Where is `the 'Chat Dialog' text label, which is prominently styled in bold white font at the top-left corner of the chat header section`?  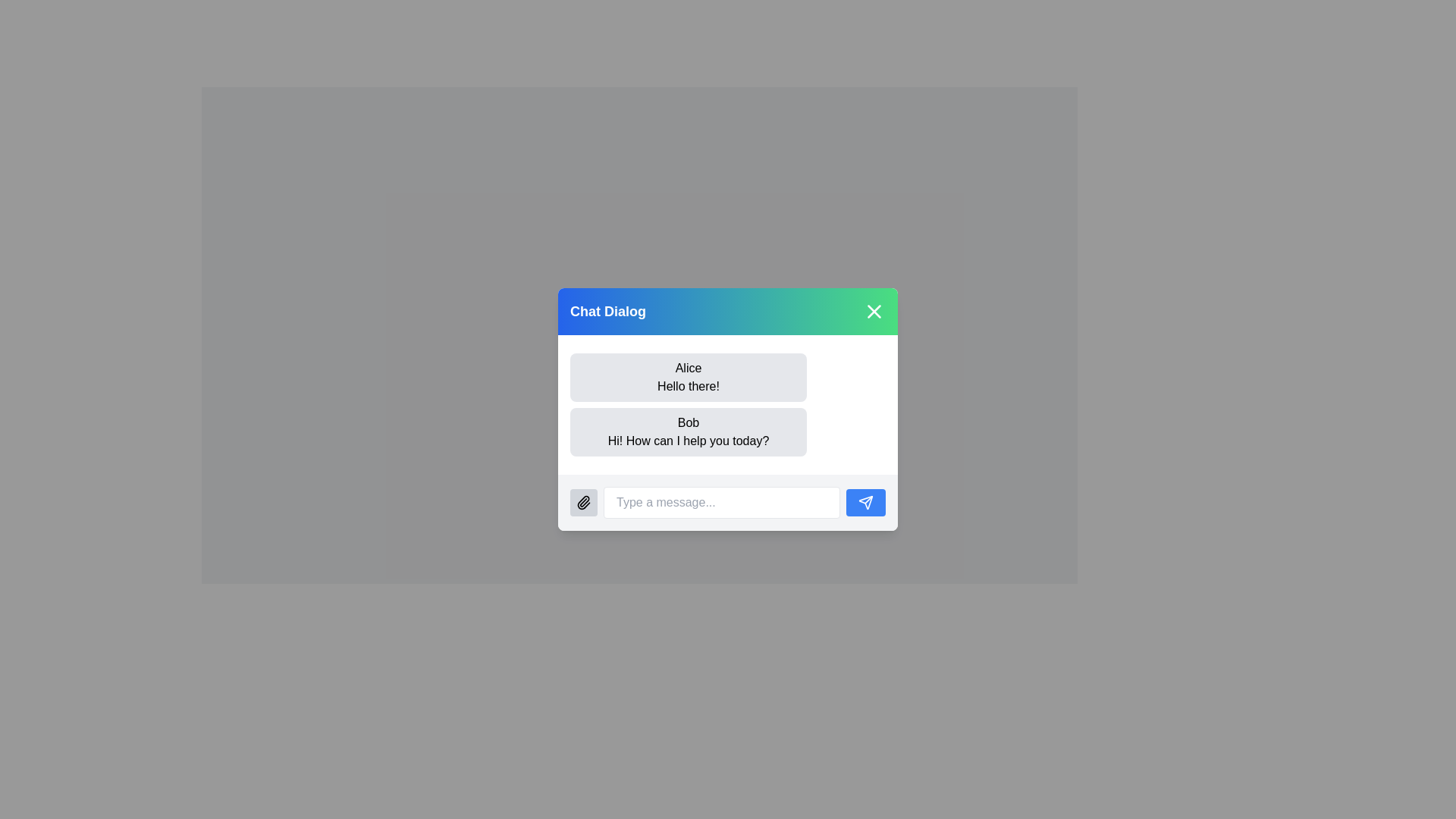 the 'Chat Dialog' text label, which is prominently styled in bold white font at the top-left corner of the chat header section is located at coordinates (607, 311).